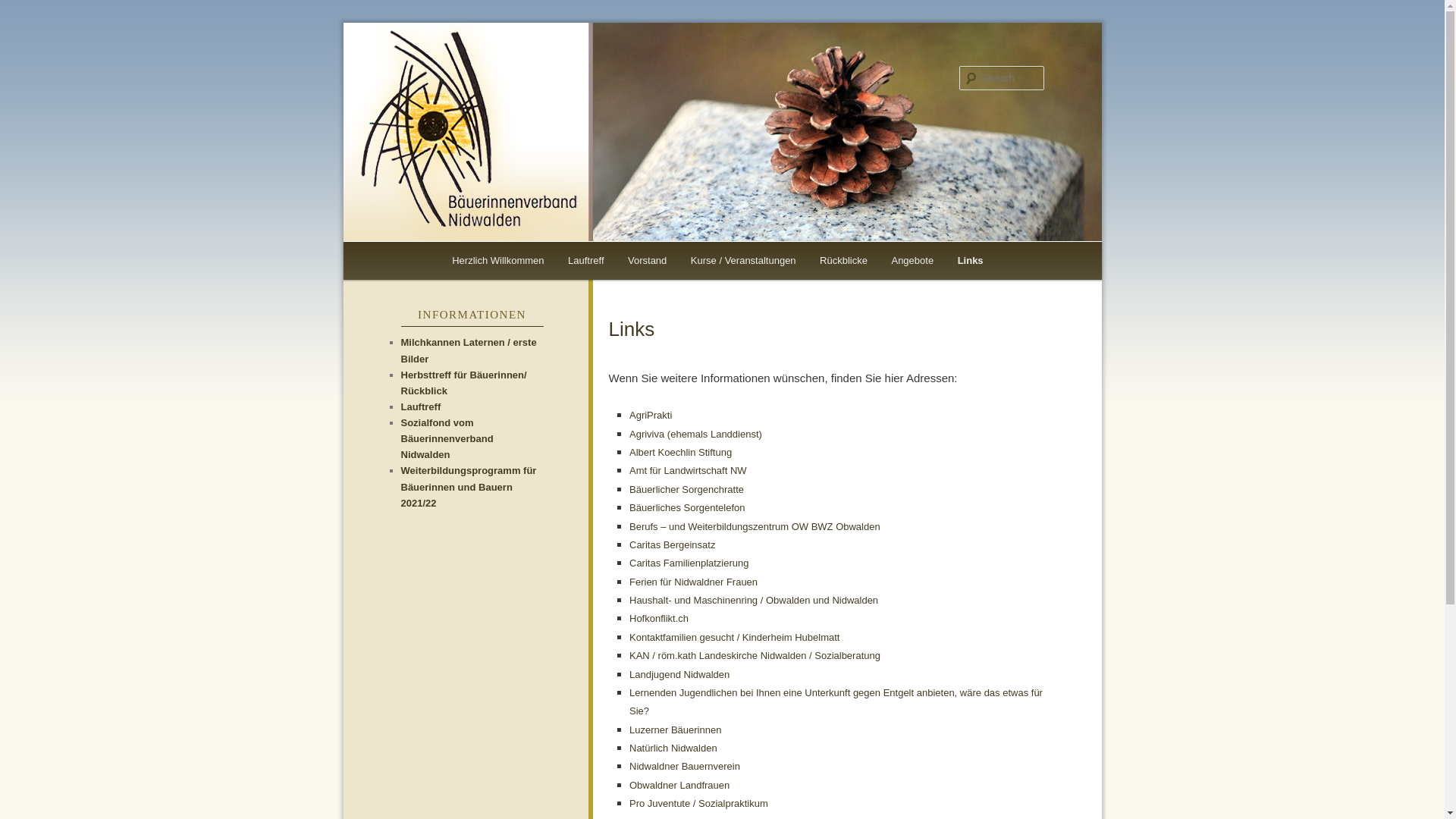  Describe the element at coordinates (585, 259) in the screenshot. I see `'Lauftreff'` at that location.